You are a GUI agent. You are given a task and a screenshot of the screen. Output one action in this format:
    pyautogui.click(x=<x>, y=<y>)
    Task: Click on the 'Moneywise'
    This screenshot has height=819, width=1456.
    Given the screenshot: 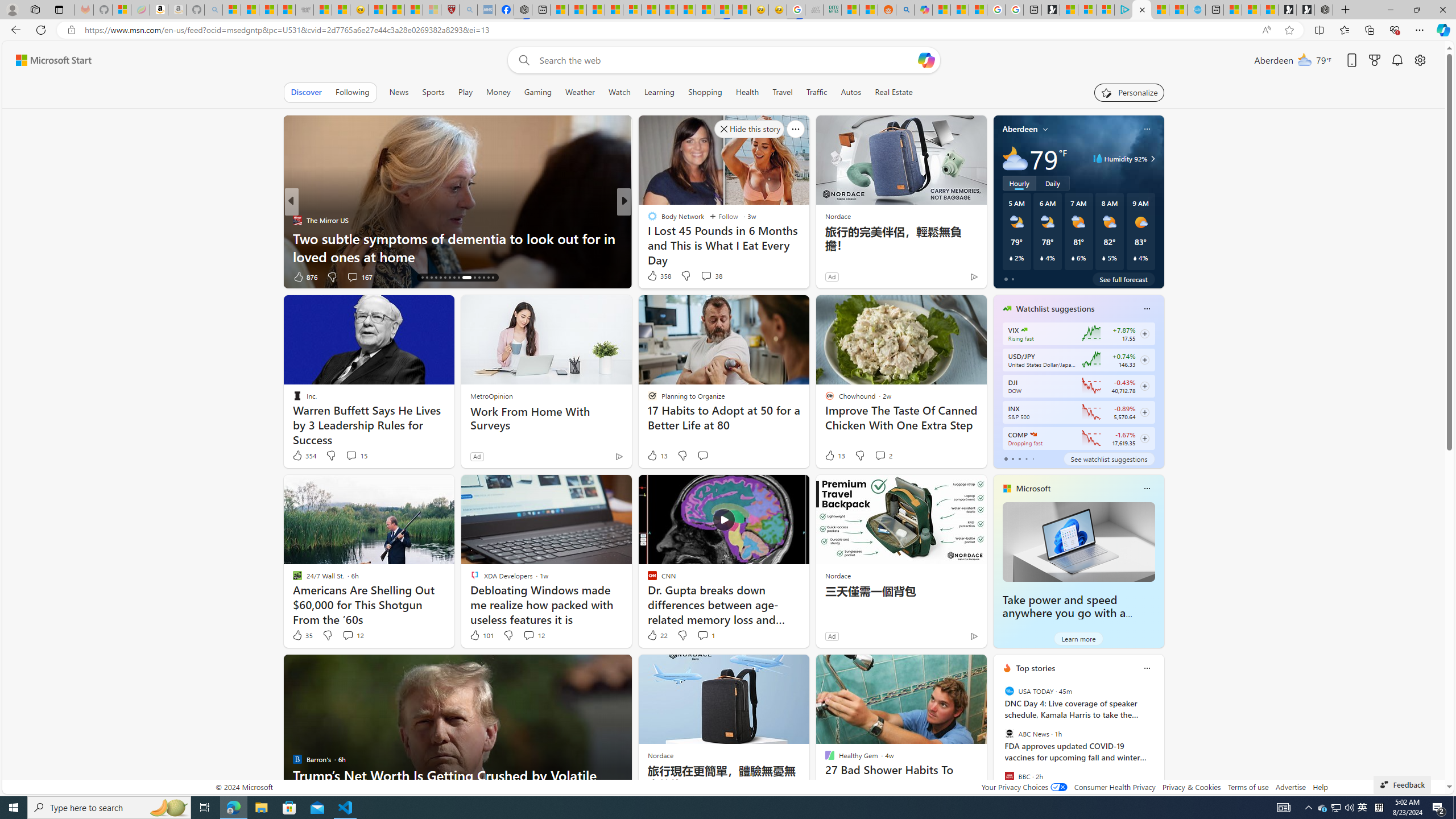 What is the action you would take?
    pyautogui.click(x=647, y=220)
    